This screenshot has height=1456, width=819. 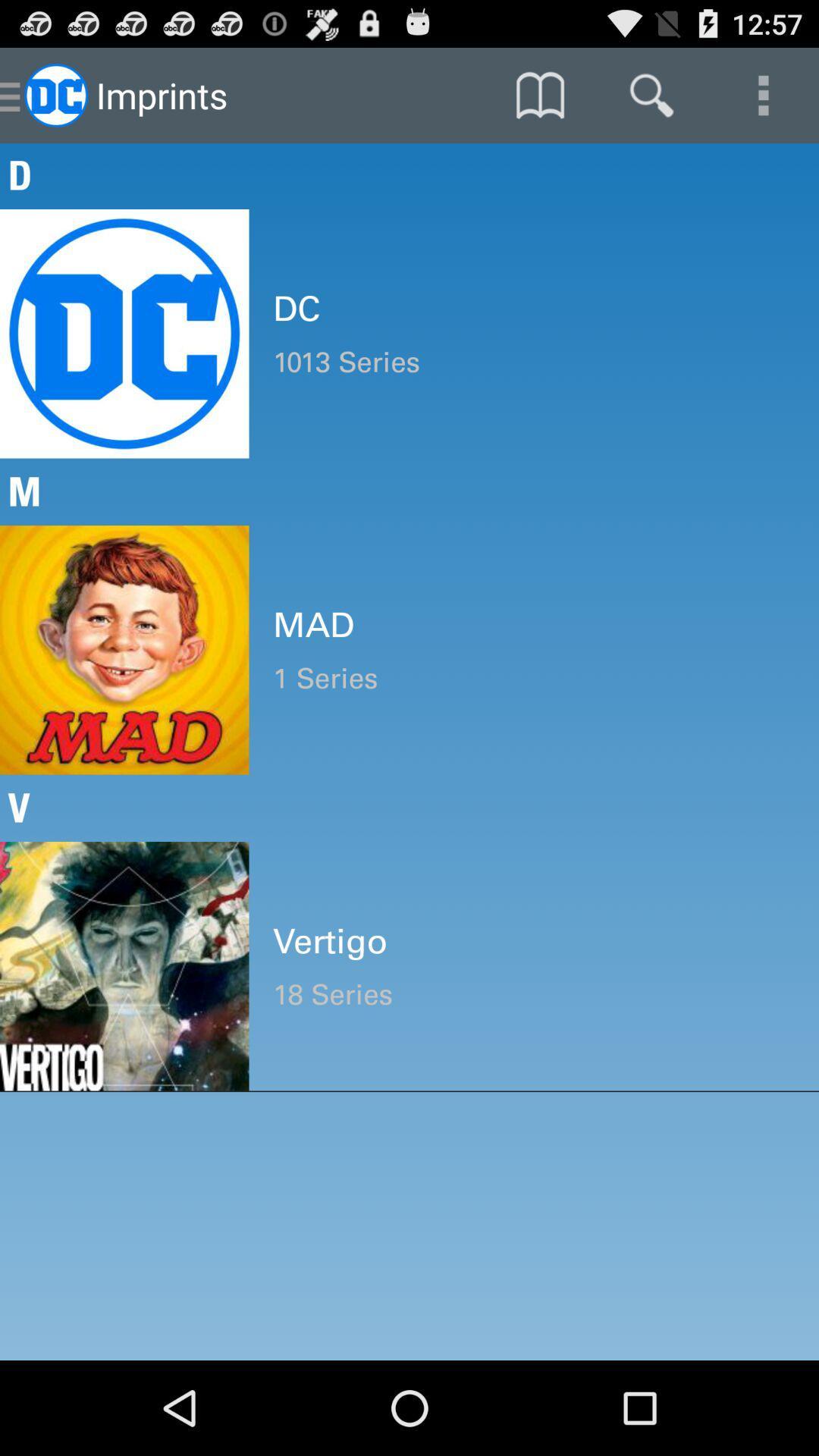 I want to click on icon above 18 series item, so click(x=533, y=940).